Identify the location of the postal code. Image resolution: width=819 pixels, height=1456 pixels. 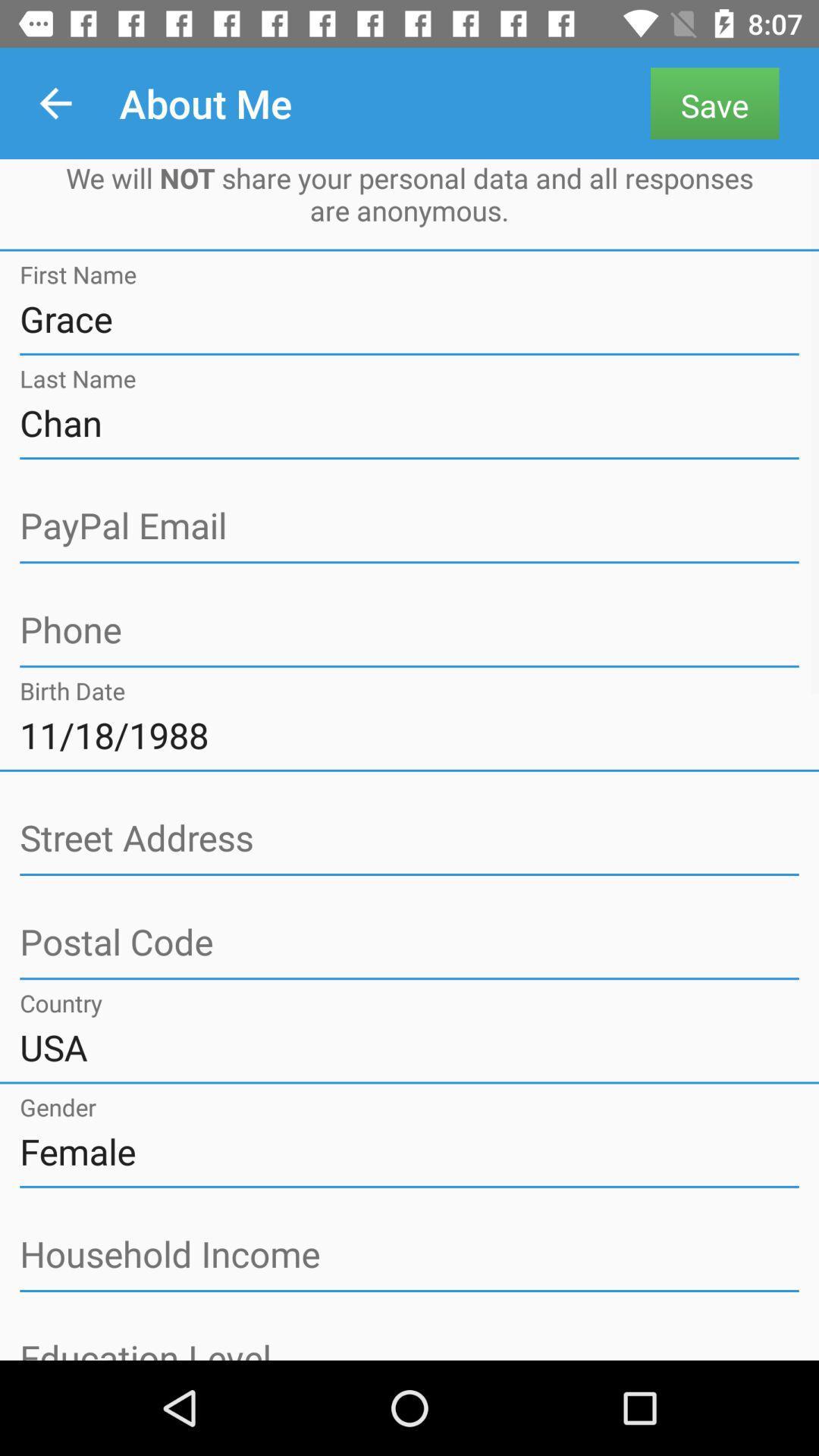
(409, 942).